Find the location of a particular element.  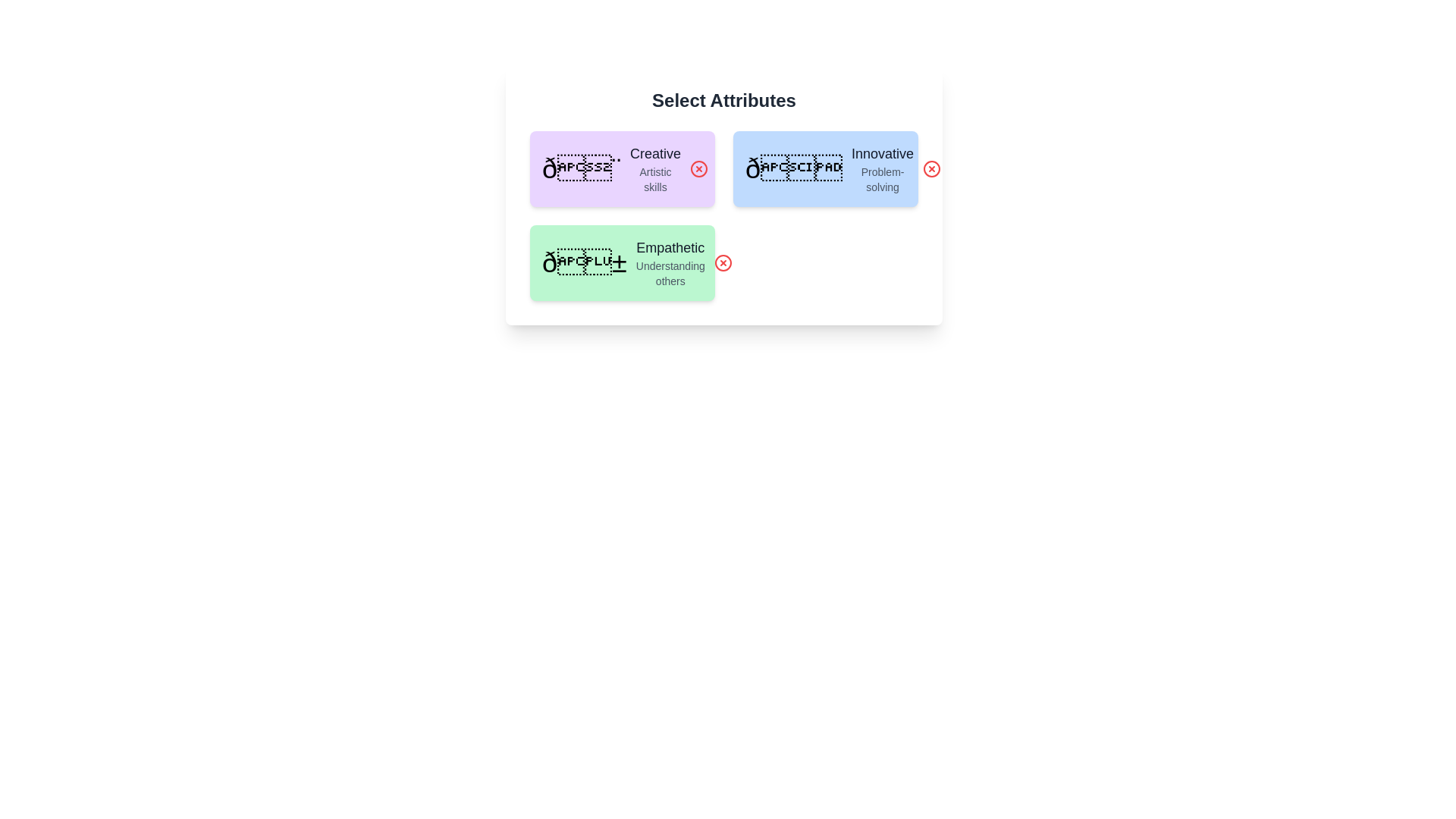

the attribute card labeled Creative is located at coordinates (622, 169).